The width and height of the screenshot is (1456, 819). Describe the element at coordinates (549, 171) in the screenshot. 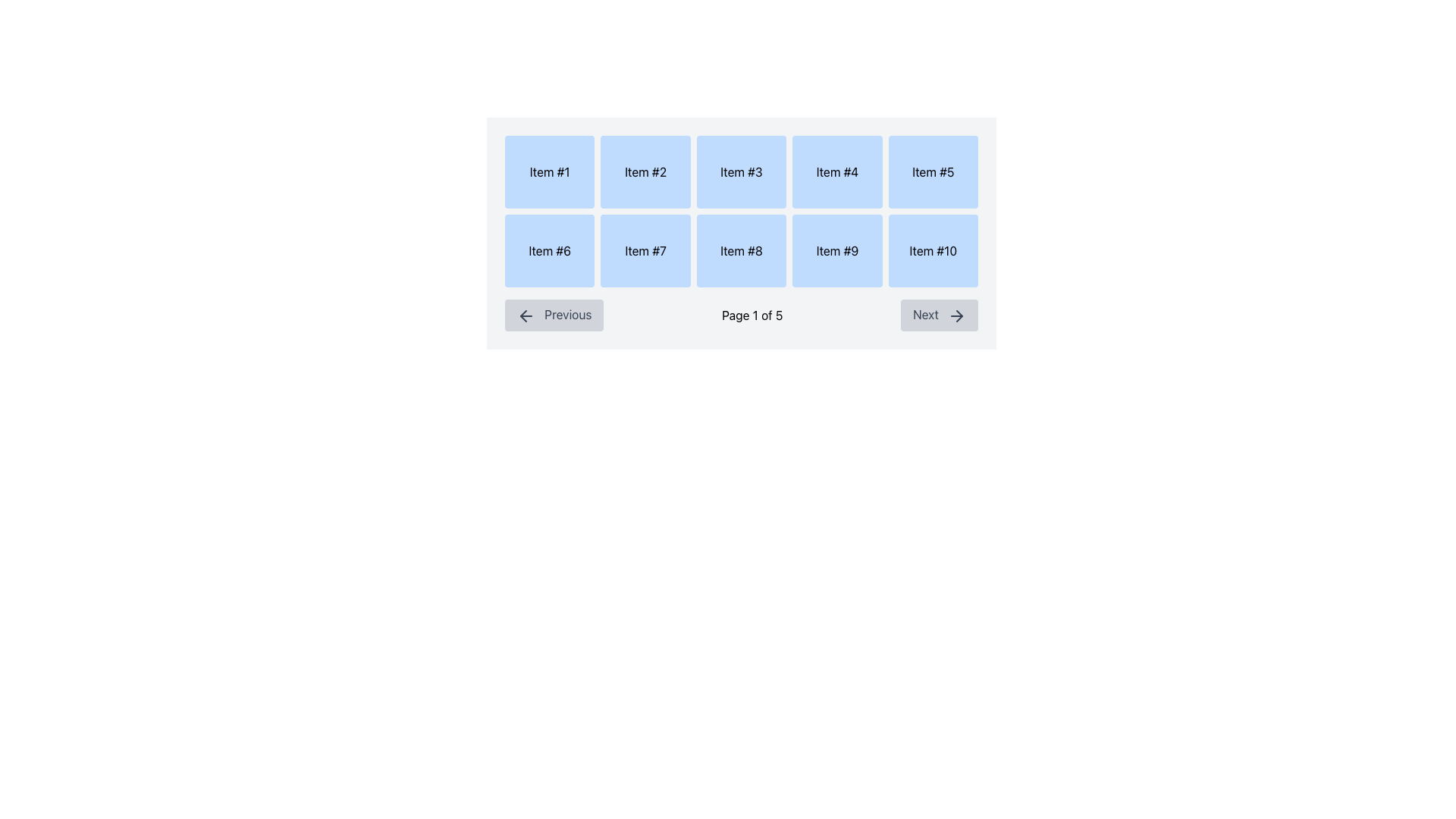

I see `the grid item labeled 'Item #1', which is the first rectangular box with rounded corners and a light blue background, positioned at the top-left corner of the grid layout` at that location.